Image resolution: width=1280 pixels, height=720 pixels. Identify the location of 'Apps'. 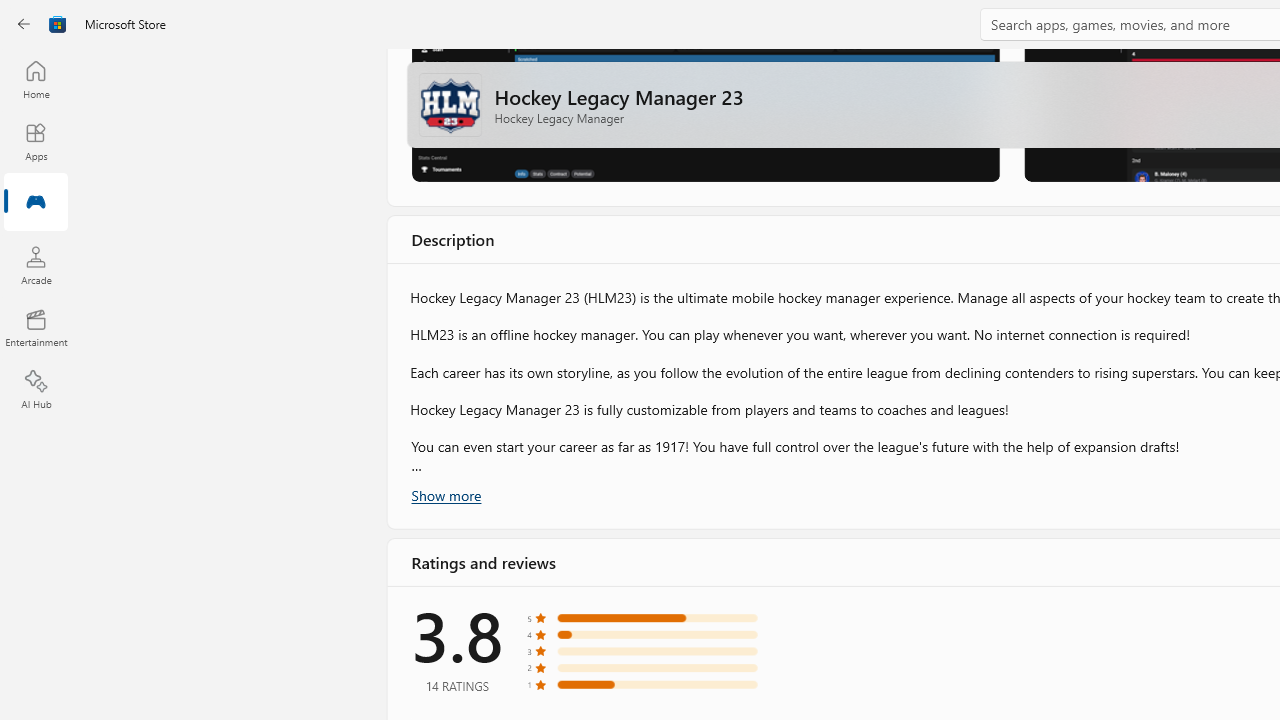
(35, 140).